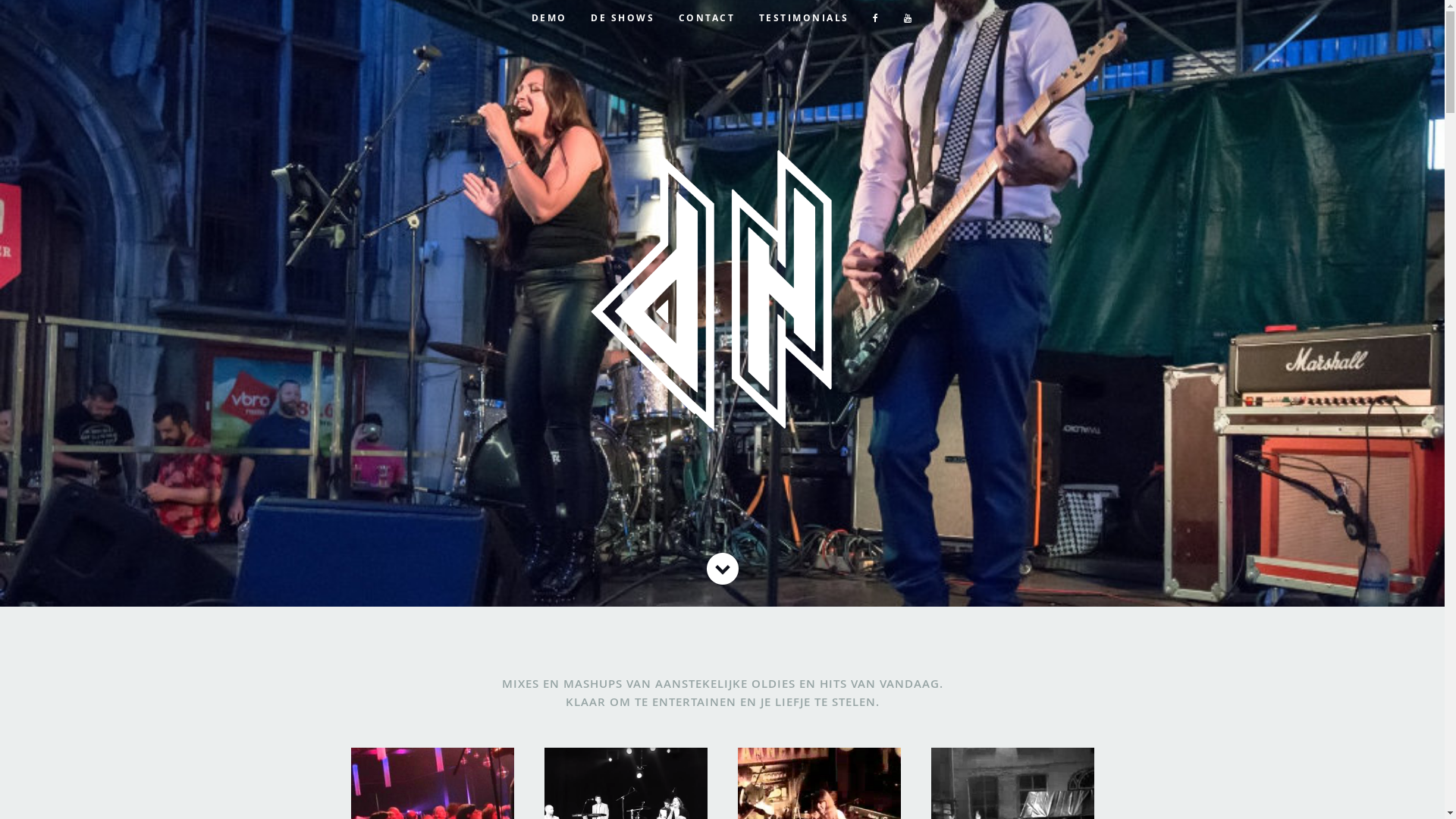  I want to click on 'TESTIMONIALS', so click(803, 17).